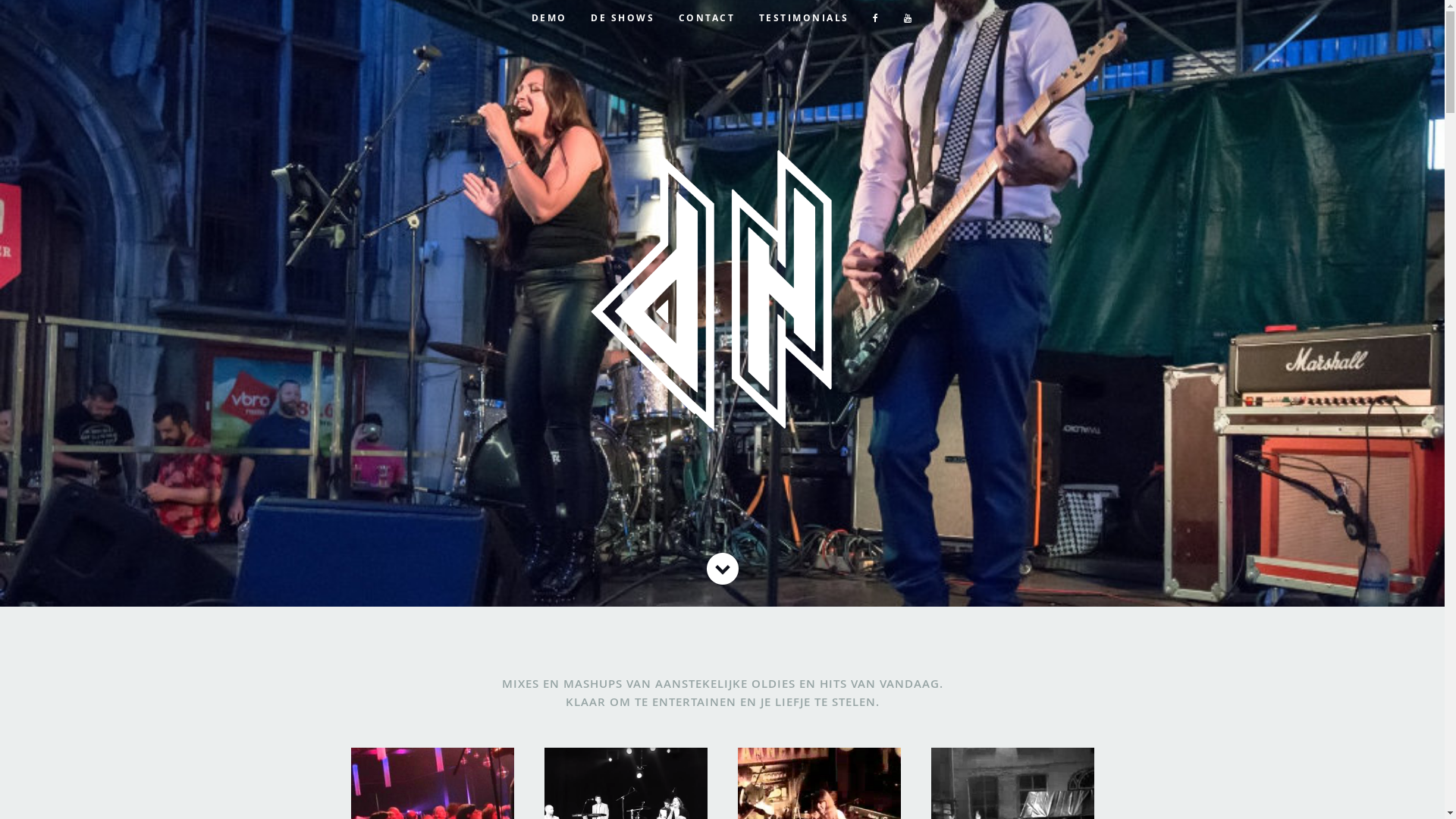  I want to click on 'TESTIMONIALS', so click(803, 17).